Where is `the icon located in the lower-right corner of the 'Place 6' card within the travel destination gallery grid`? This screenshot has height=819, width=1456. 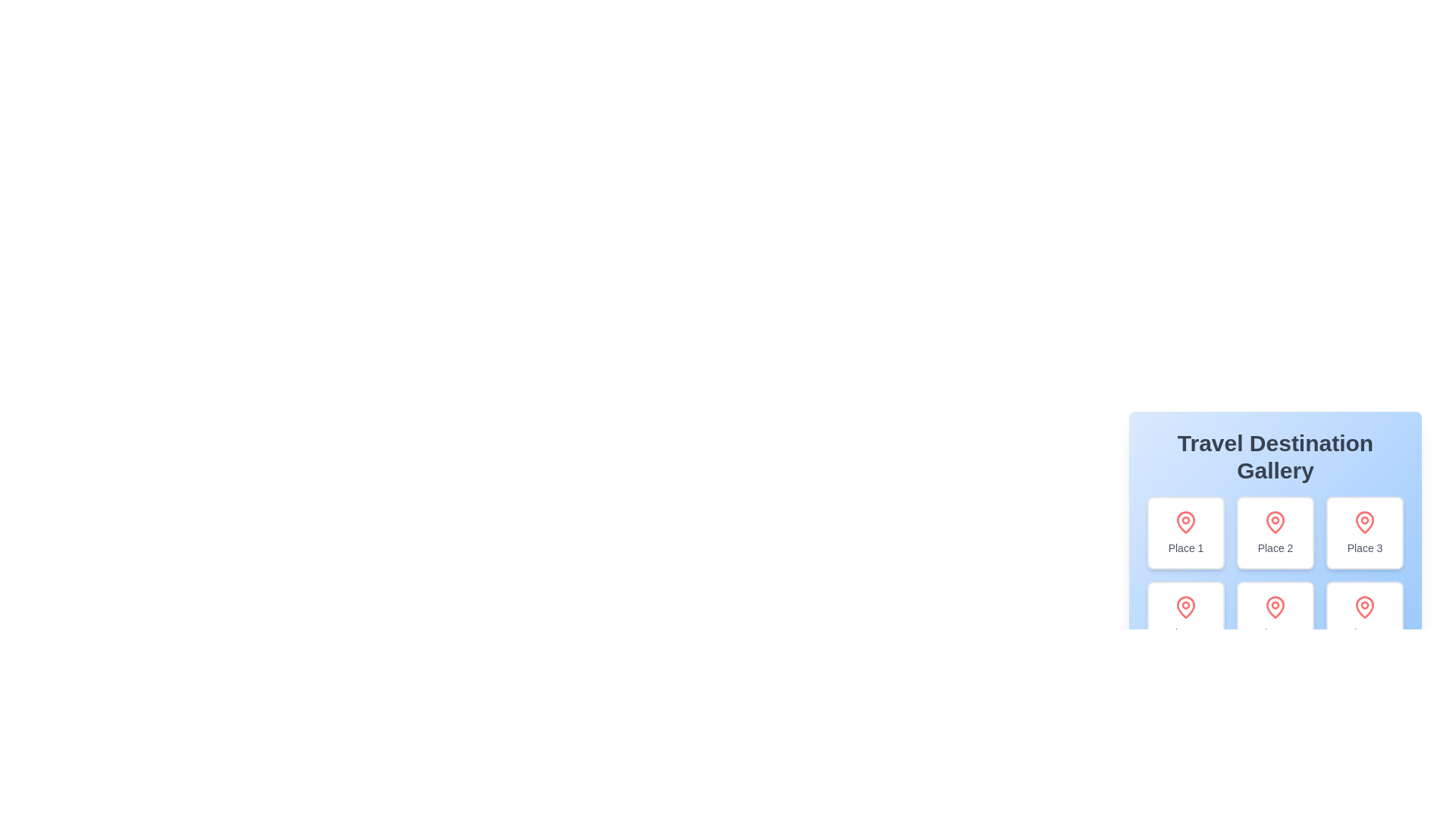 the icon located in the lower-right corner of the 'Place 6' card within the travel destination gallery grid is located at coordinates (1365, 607).